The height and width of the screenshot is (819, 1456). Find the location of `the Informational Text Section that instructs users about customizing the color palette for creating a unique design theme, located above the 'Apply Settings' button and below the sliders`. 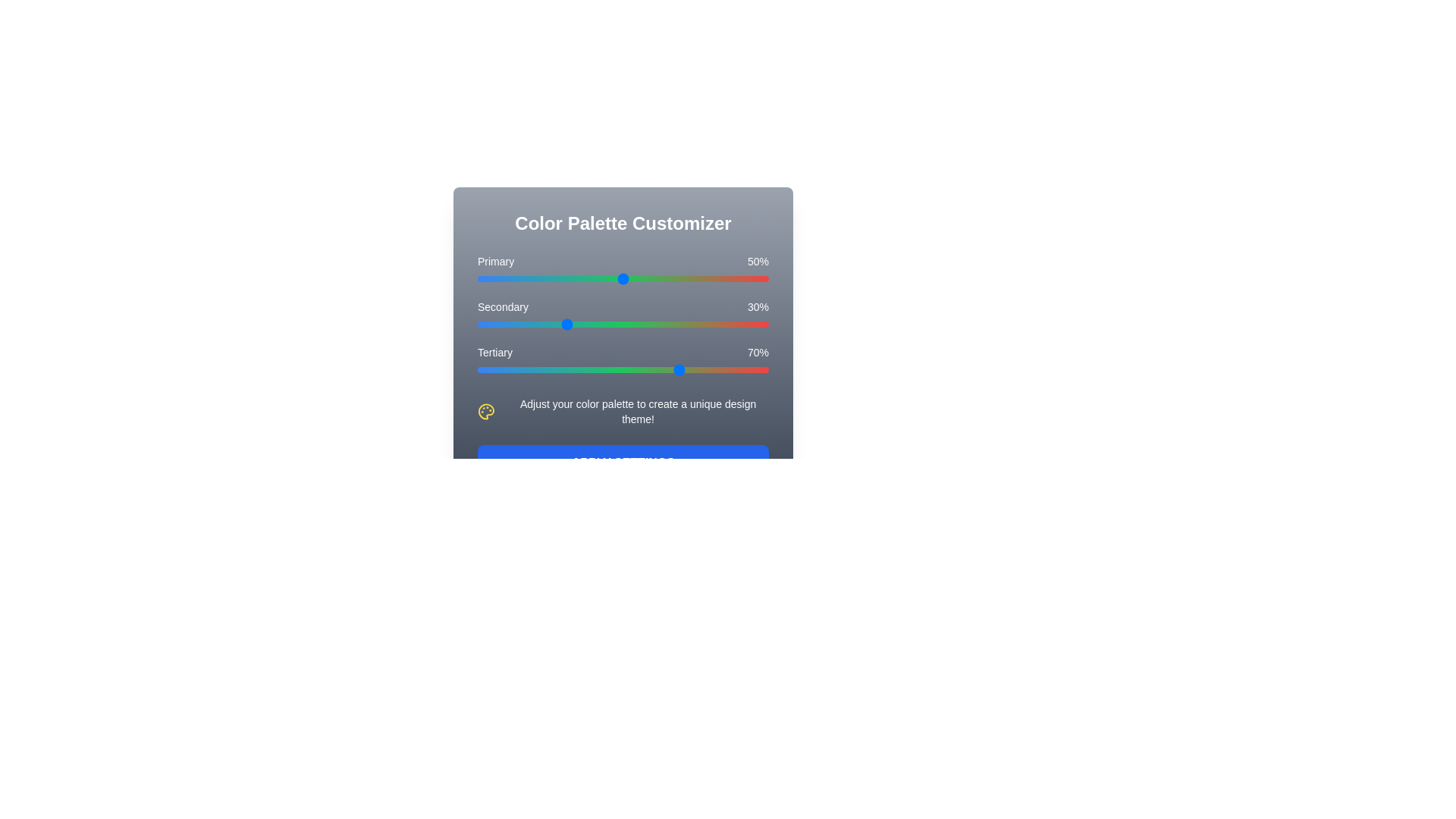

the Informational Text Section that instructs users about customizing the color palette for creating a unique design theme, located above the 'Apply Settings' button and below the sliders is located at coordinates (623, 412).